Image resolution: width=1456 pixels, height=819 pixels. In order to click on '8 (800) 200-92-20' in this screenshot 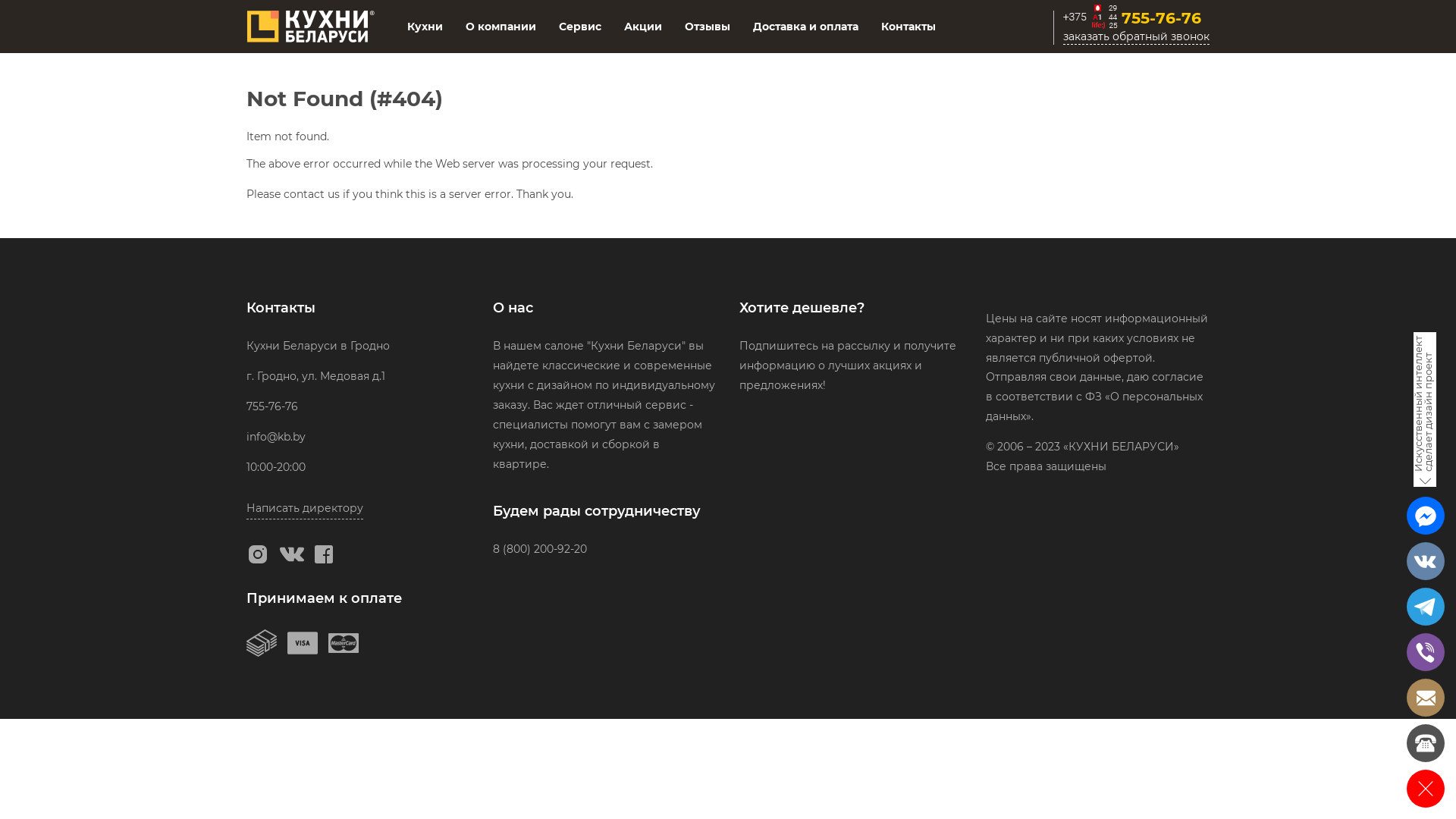, I will do `click(539, 549)`.